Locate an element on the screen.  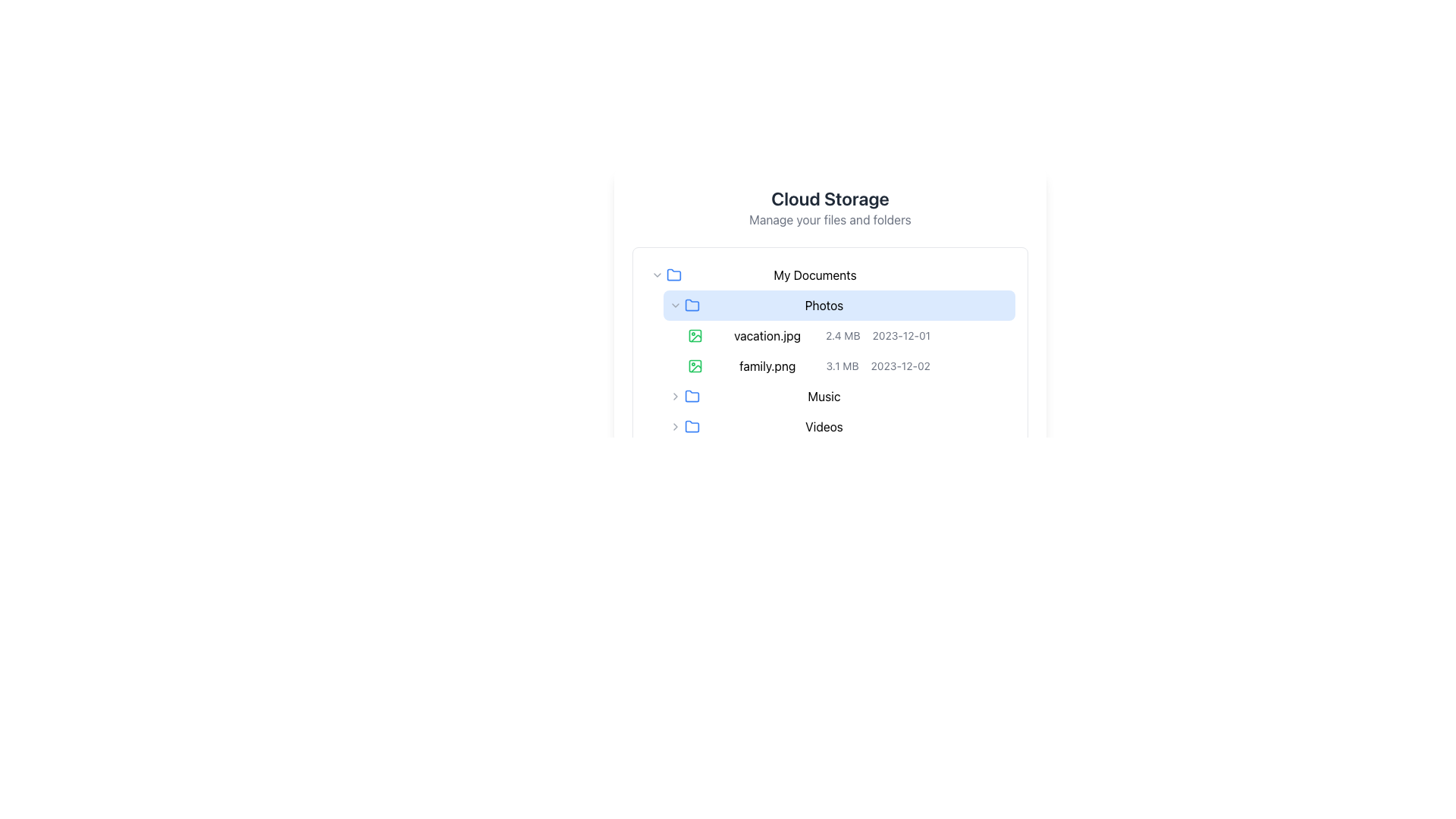
the folder icon beside the 'Music' label is located at coordinates (691, 396).